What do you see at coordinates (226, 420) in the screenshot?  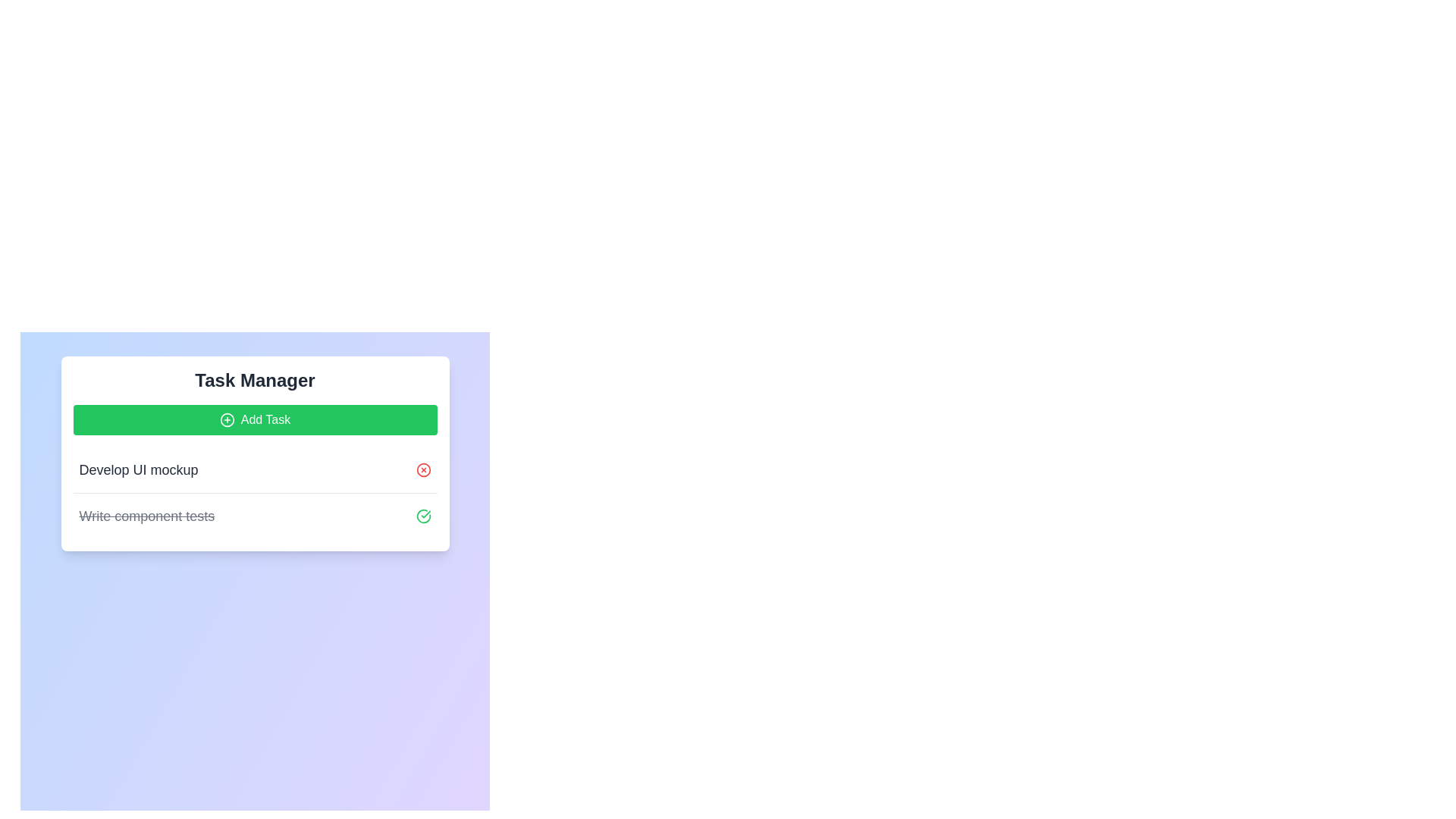 I see `the 'Add Task' icon located within the green 'Add Task' button at the top section of the 'Task Manager' content box` at bounding box center [226, 420].